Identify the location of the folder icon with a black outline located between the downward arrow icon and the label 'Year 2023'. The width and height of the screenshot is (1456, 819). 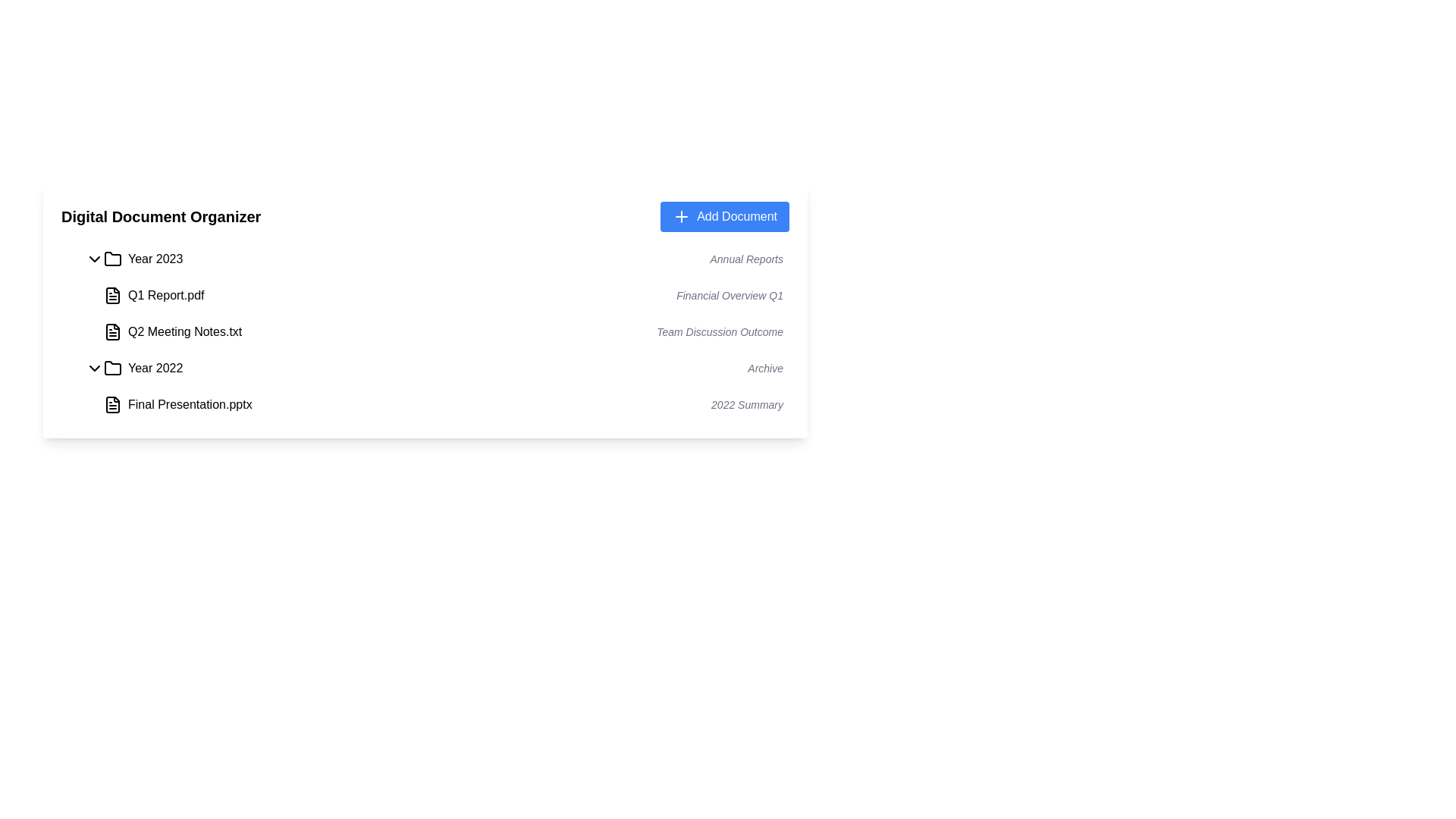
(111, 259).